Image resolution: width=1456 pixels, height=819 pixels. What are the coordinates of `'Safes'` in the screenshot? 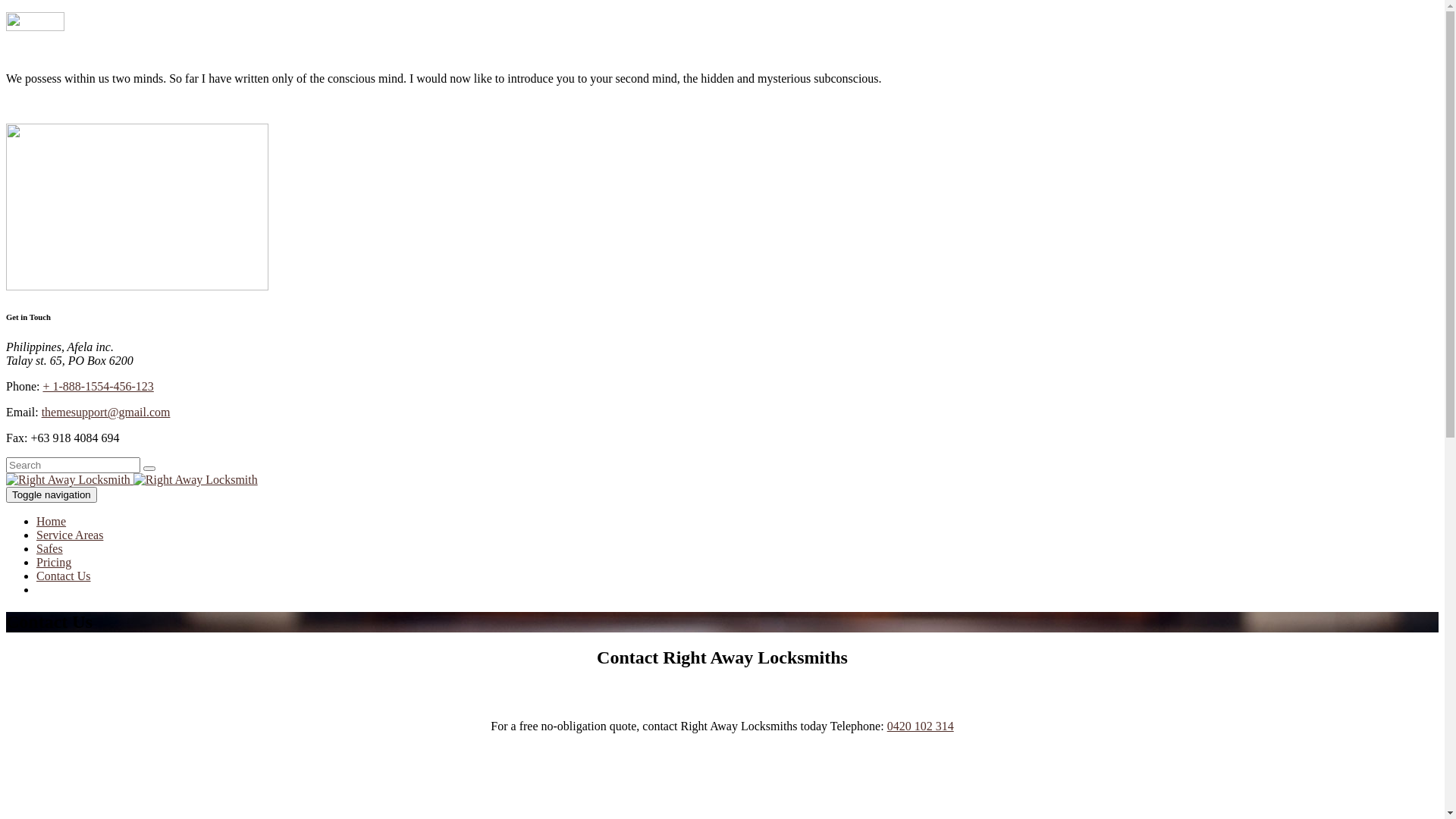 It's located at (49, 548).